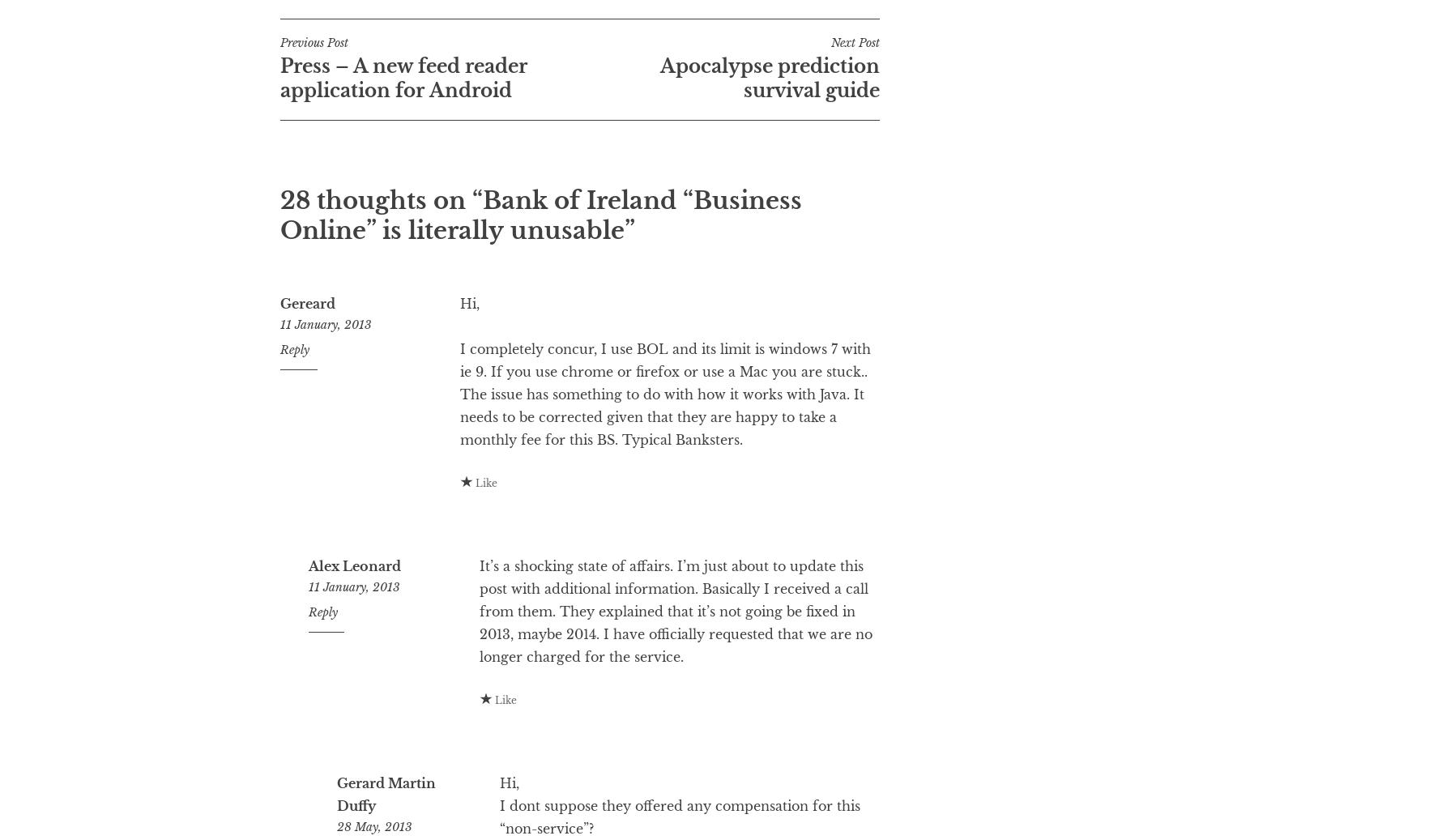 The image size is (1442, 840). Describe the element at coordinates (349, 27) in the screenshot. I see `'Journal'` at that location.